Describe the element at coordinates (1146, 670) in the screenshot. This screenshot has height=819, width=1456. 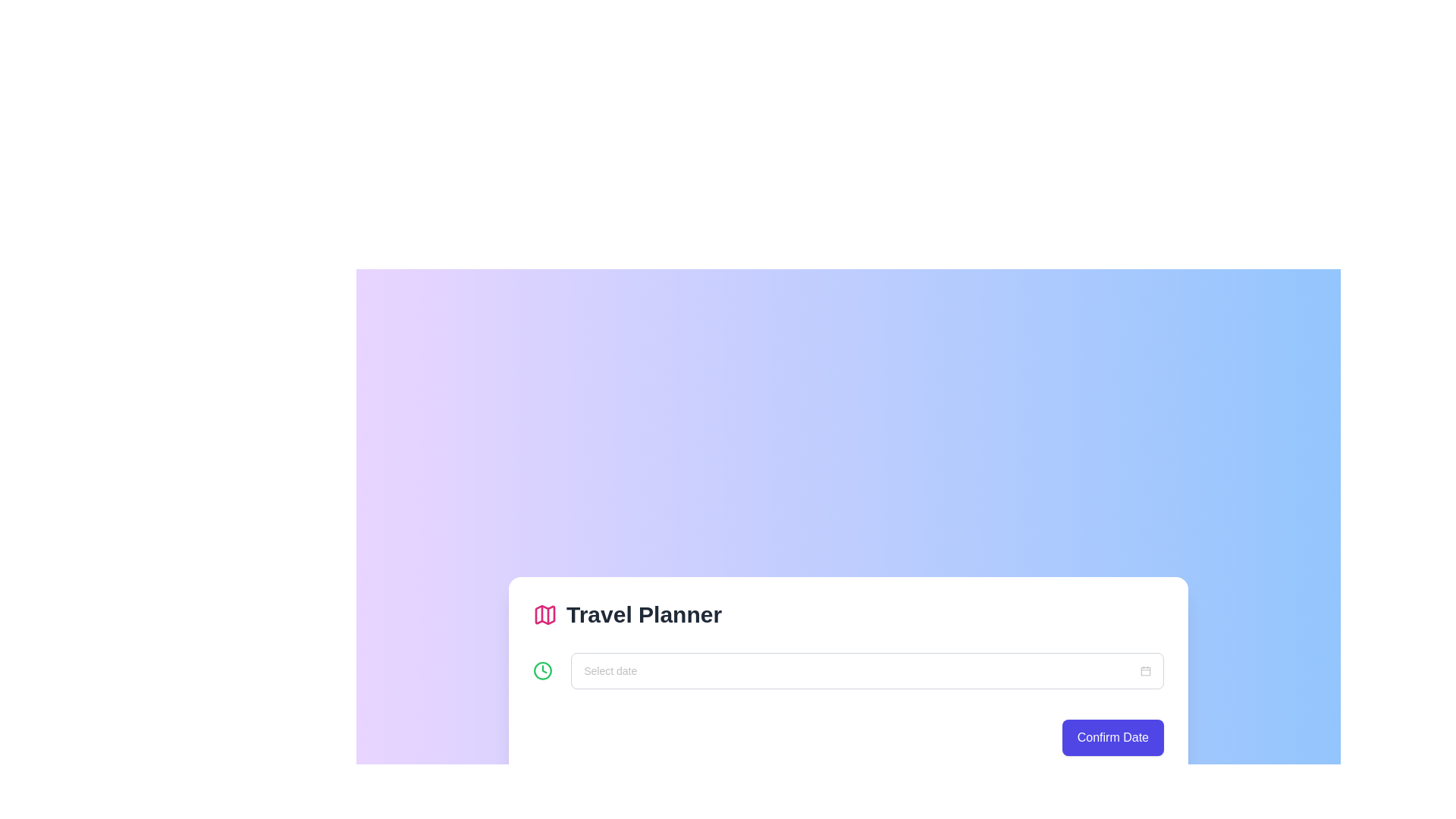
I see `the small calendar icon located to the right of the 'Select date' input field` at that location.